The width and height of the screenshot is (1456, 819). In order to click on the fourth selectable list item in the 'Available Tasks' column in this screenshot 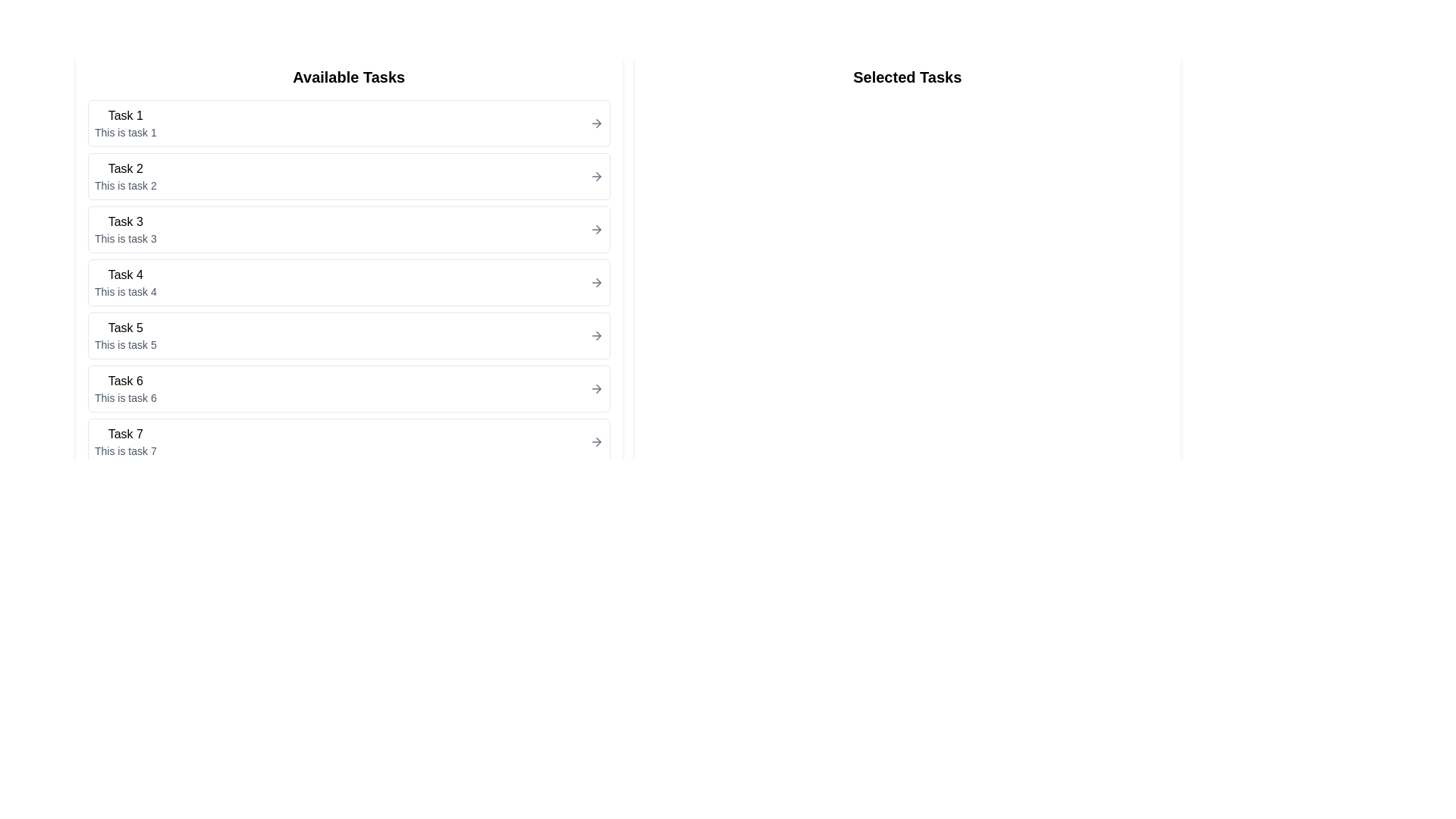, I will do `click(348, 283)`.